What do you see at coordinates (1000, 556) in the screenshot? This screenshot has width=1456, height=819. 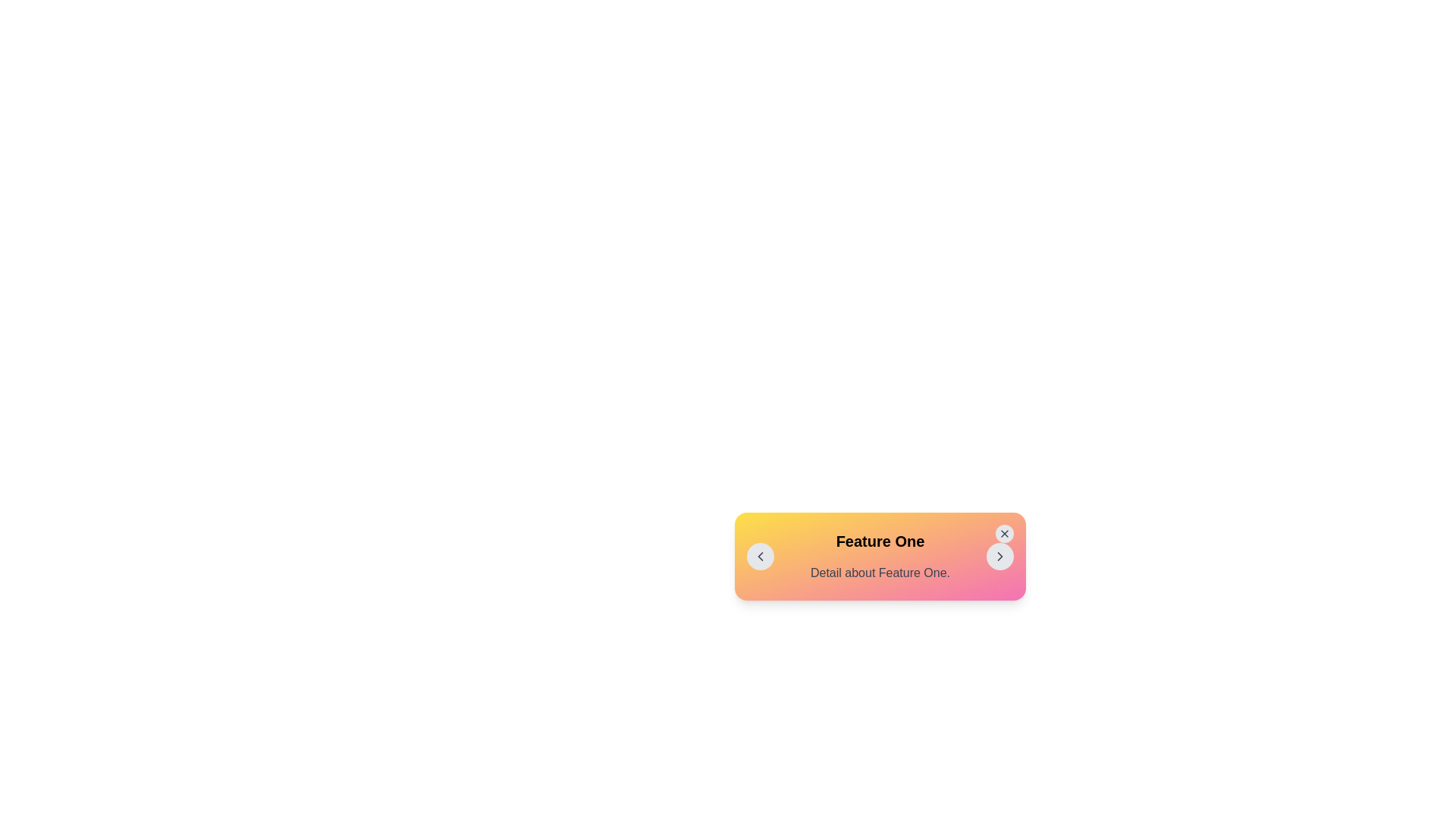 I see `the navigation button located at the mid-right side of the card titled 'Feature One'` at bounding box center [1000, 556].